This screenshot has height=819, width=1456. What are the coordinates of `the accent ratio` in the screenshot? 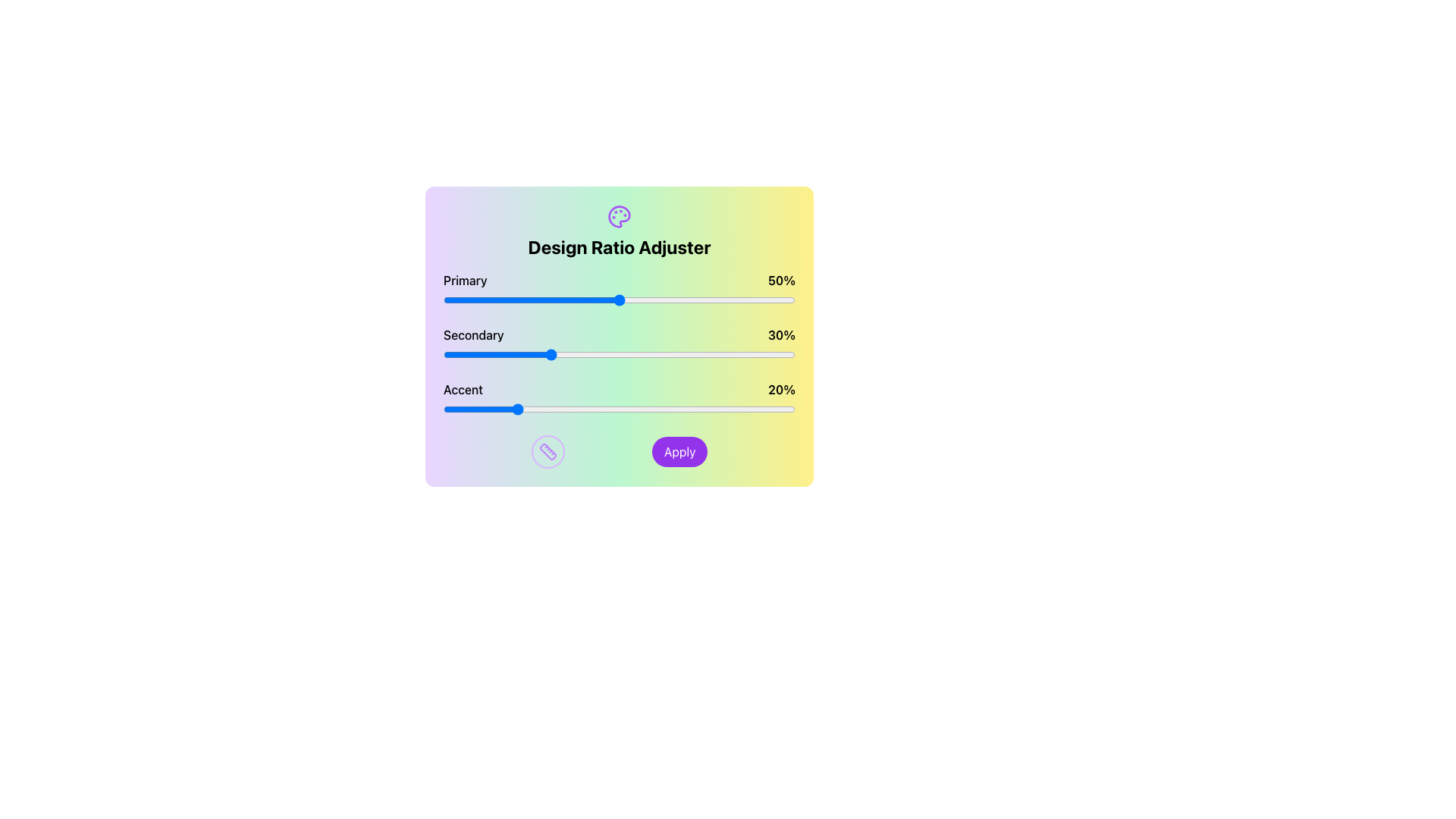 It's located at (623, 409).